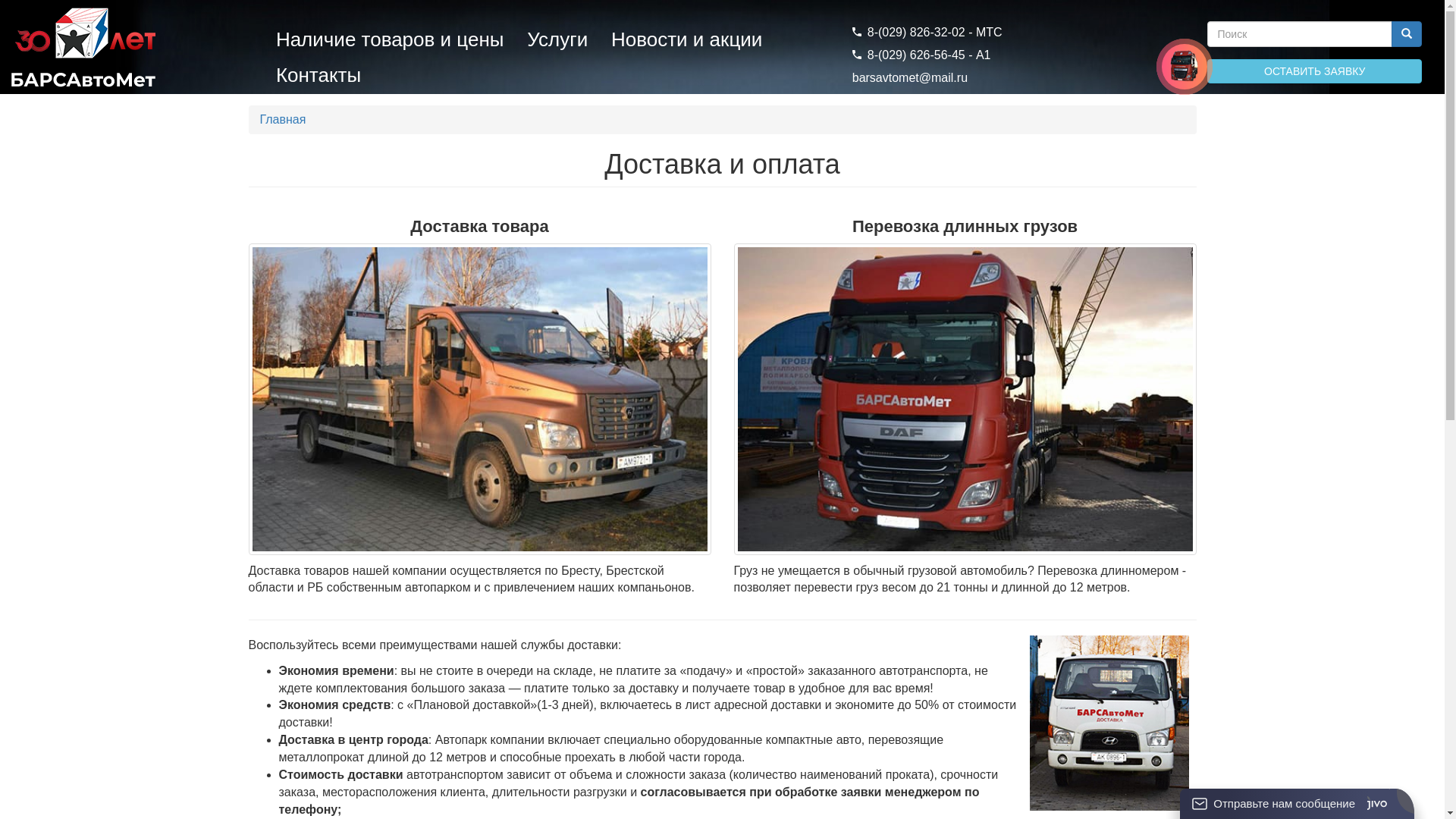 Image resolution: width=1456 pixels, height=819 pixels. I want to click on '8-(029) 626-56-45 - A1', so click(921, 54).